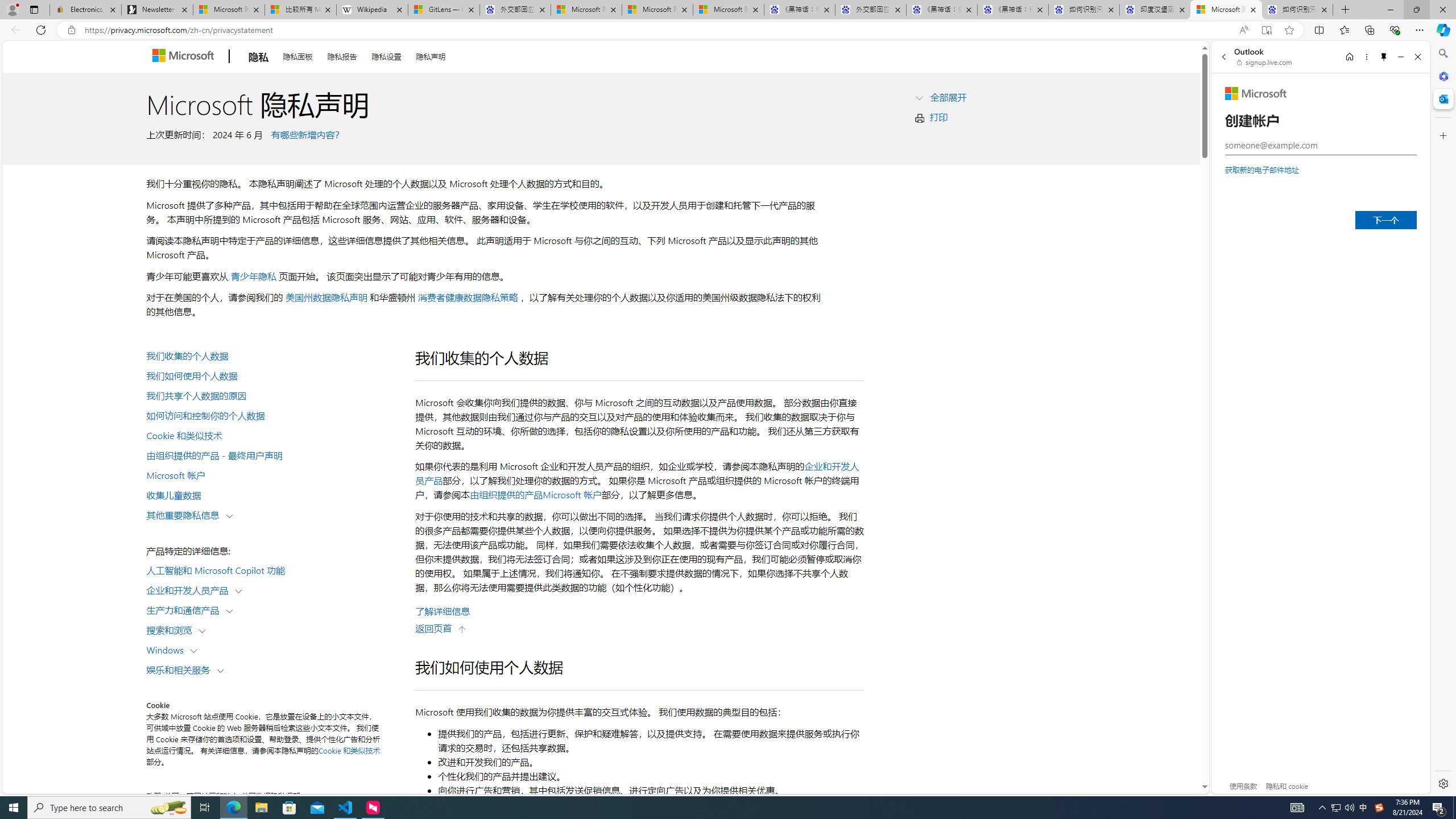 This screenshot has height=819, width=1456. Describe the element at coordinates (157, 9) in the screenshot. I see `'Newsletter Sign Up'` at that location.